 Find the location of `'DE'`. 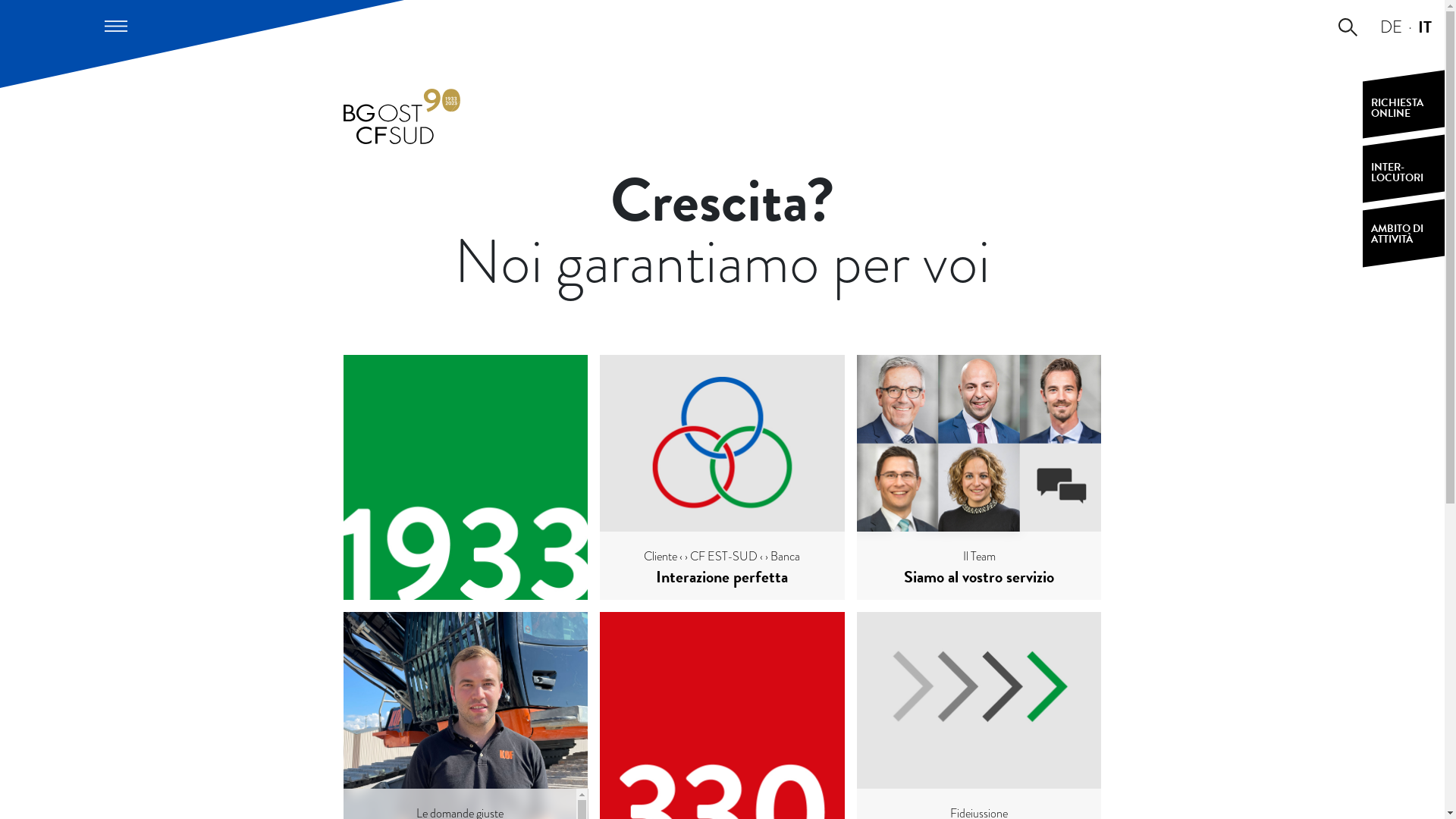

'DE' is located at coordinates (1391, 26).